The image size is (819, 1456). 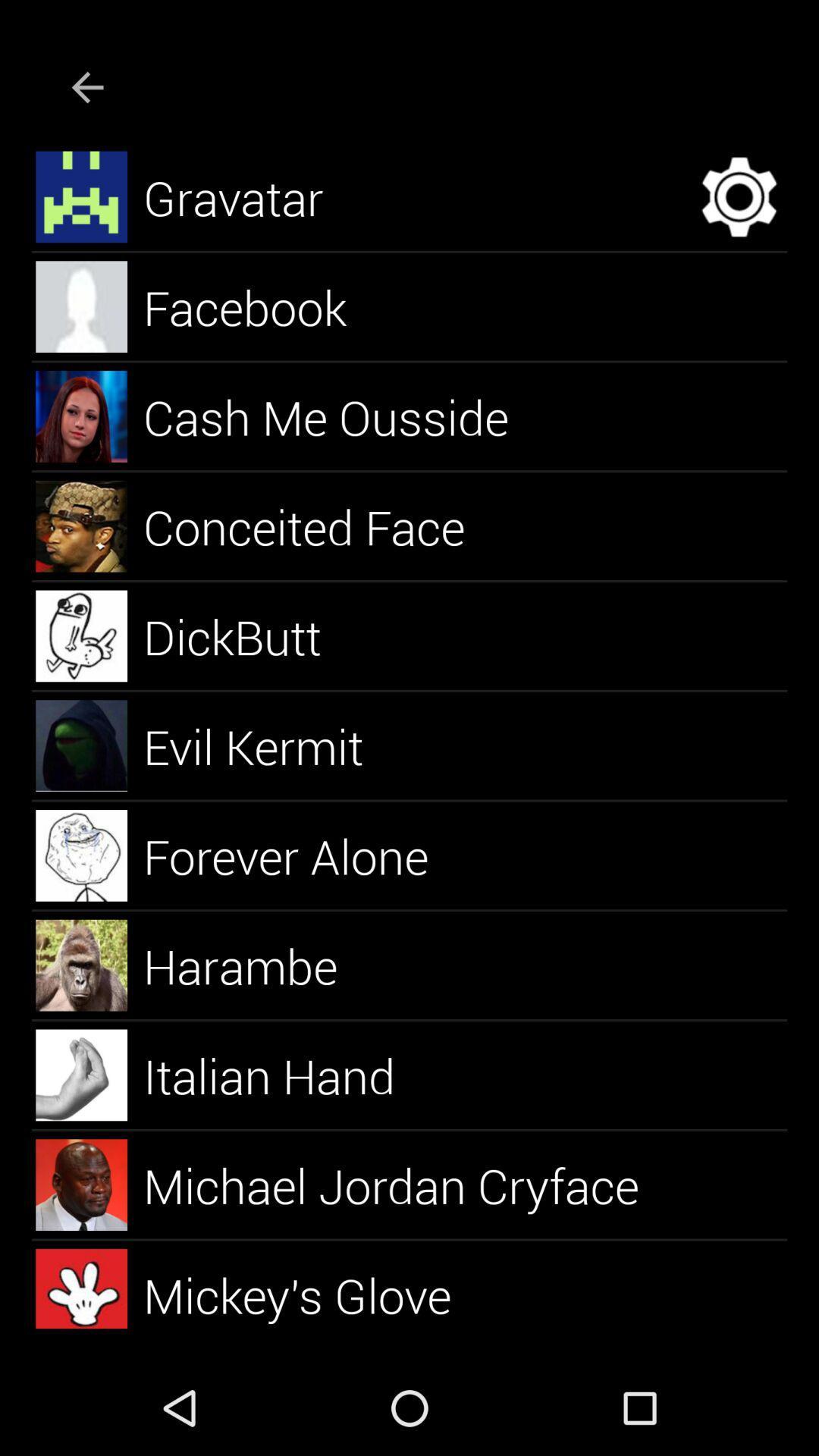 I want to click on the harambe item, so click(x=257, y=965).